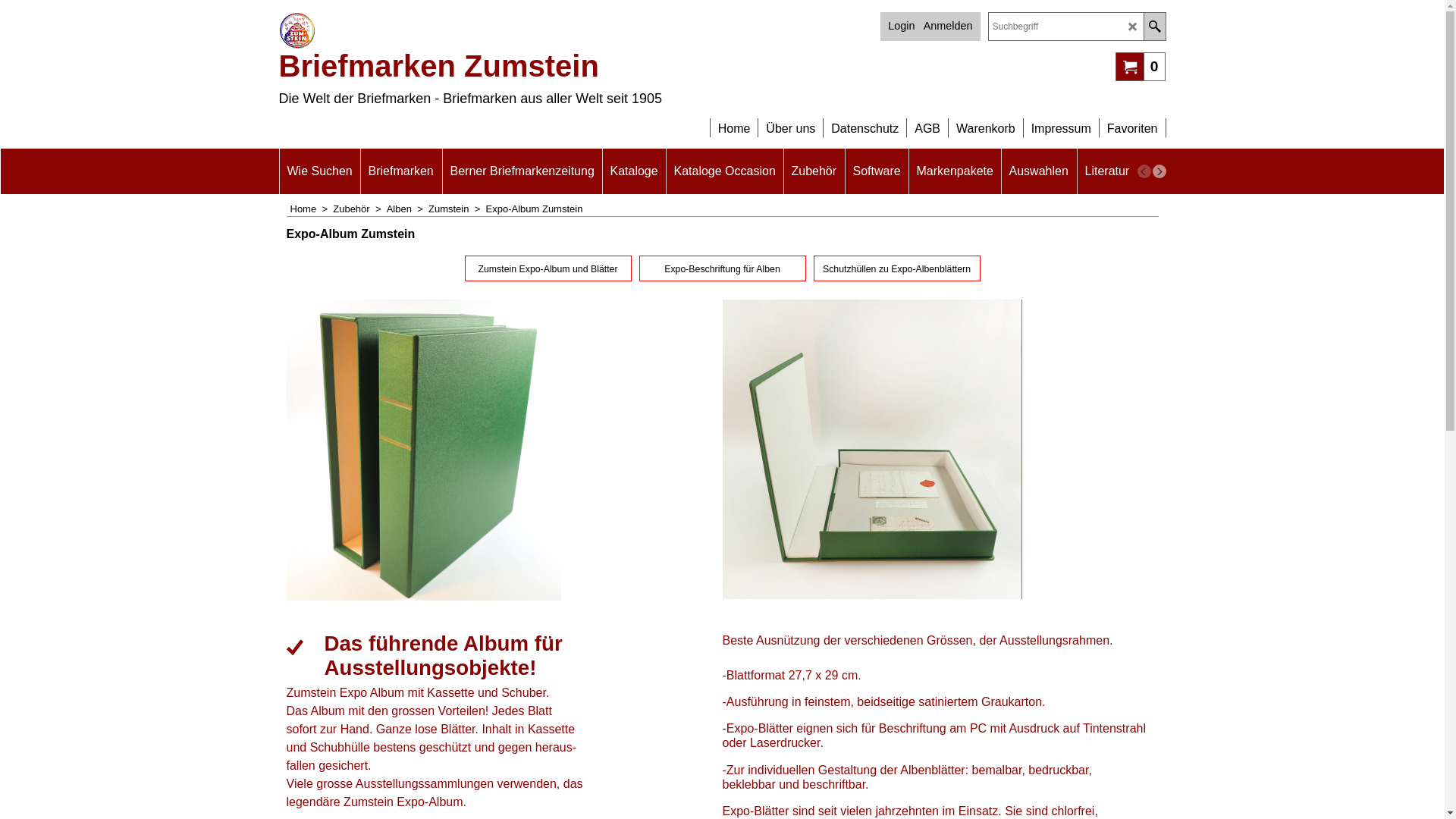 The width and height of the screenshot is (1456, 819). I want to click on 'Anmelden', so click(947, 26).